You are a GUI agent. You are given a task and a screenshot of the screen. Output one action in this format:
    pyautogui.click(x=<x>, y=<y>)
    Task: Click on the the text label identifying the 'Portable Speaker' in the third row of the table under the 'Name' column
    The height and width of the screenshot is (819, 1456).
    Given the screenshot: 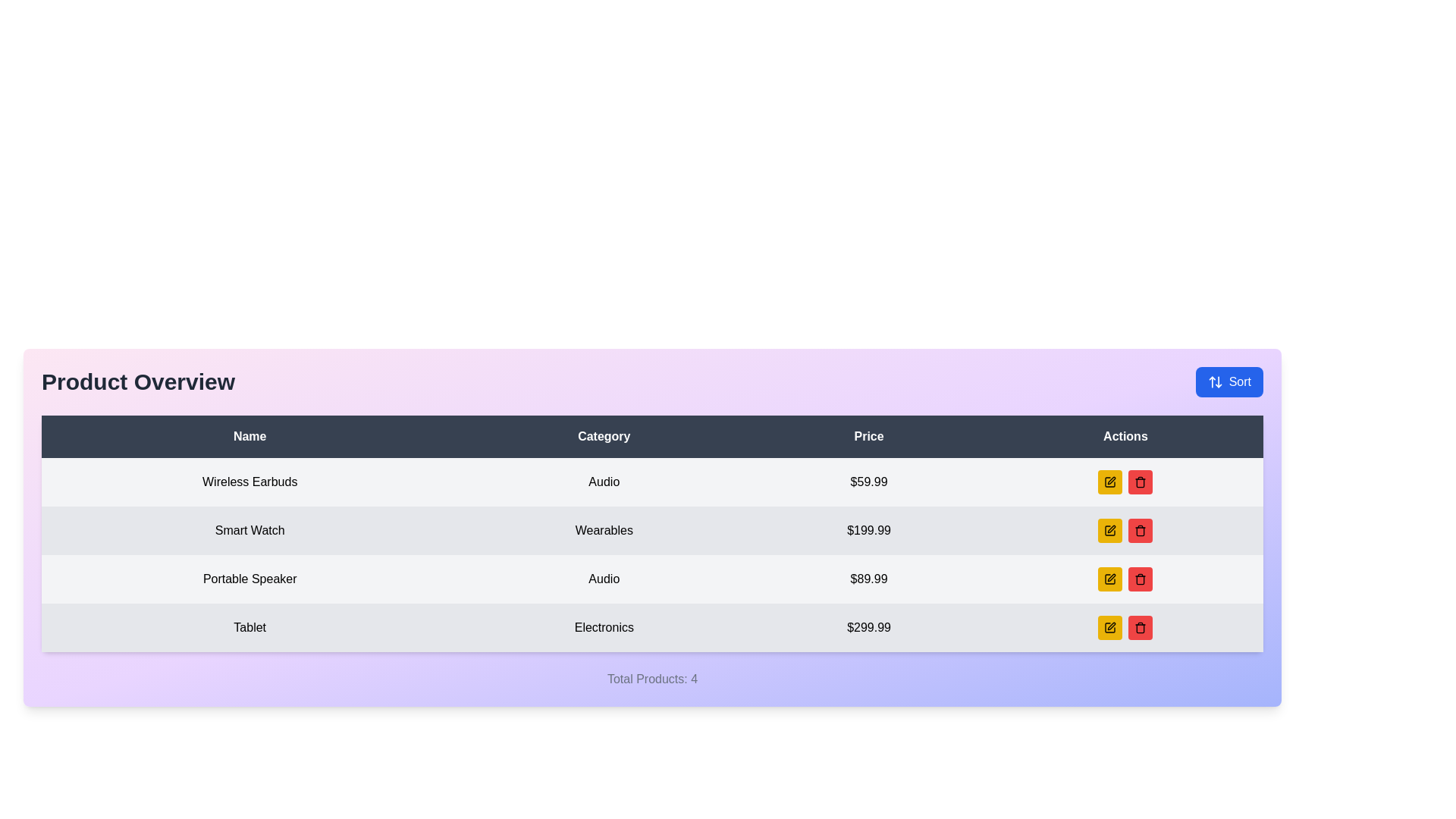 What is the action you would take?
    pyautogui.click(x=249, y=579)
    